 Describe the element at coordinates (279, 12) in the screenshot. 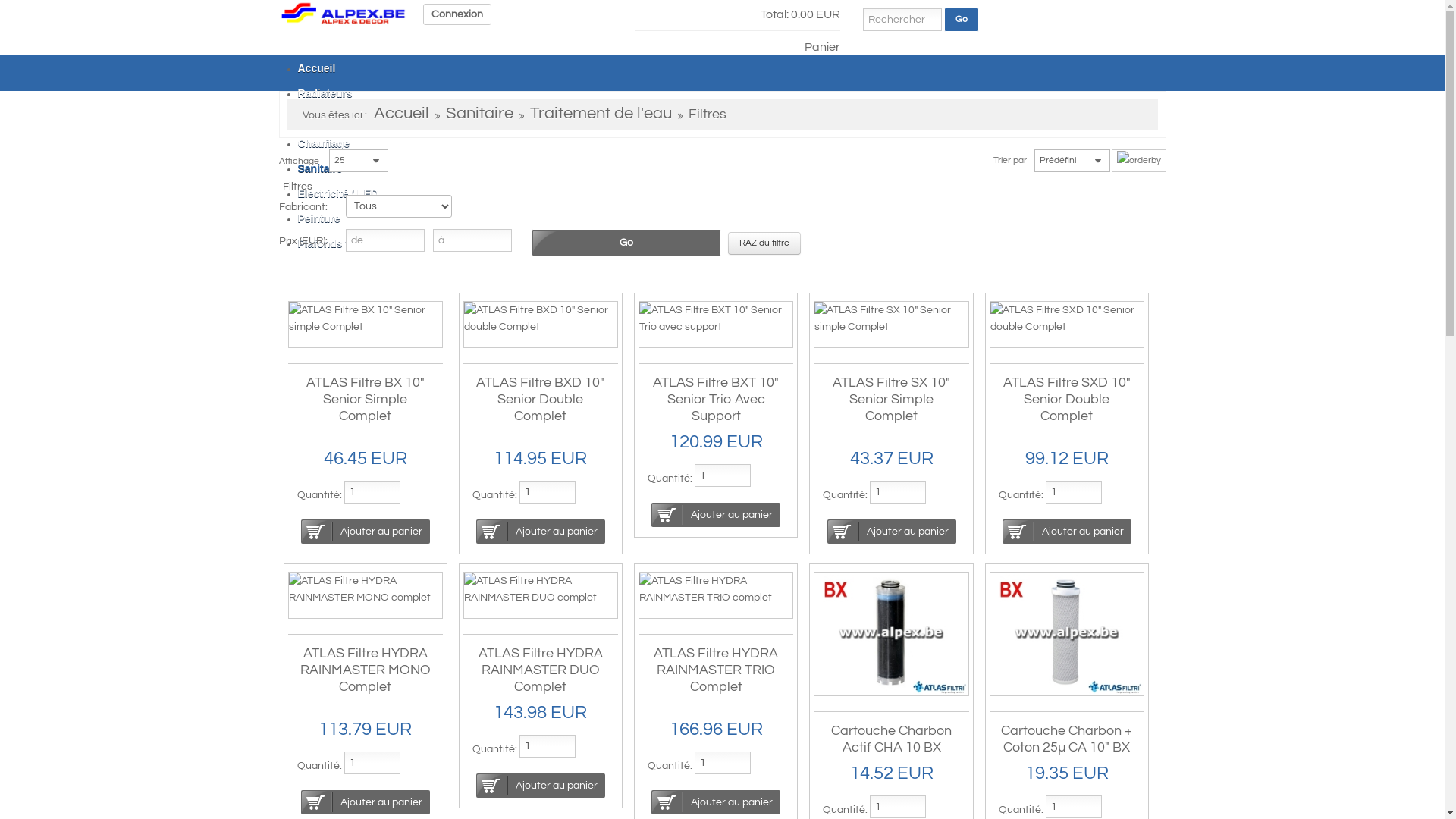

I see `'Accueil'` at that location.